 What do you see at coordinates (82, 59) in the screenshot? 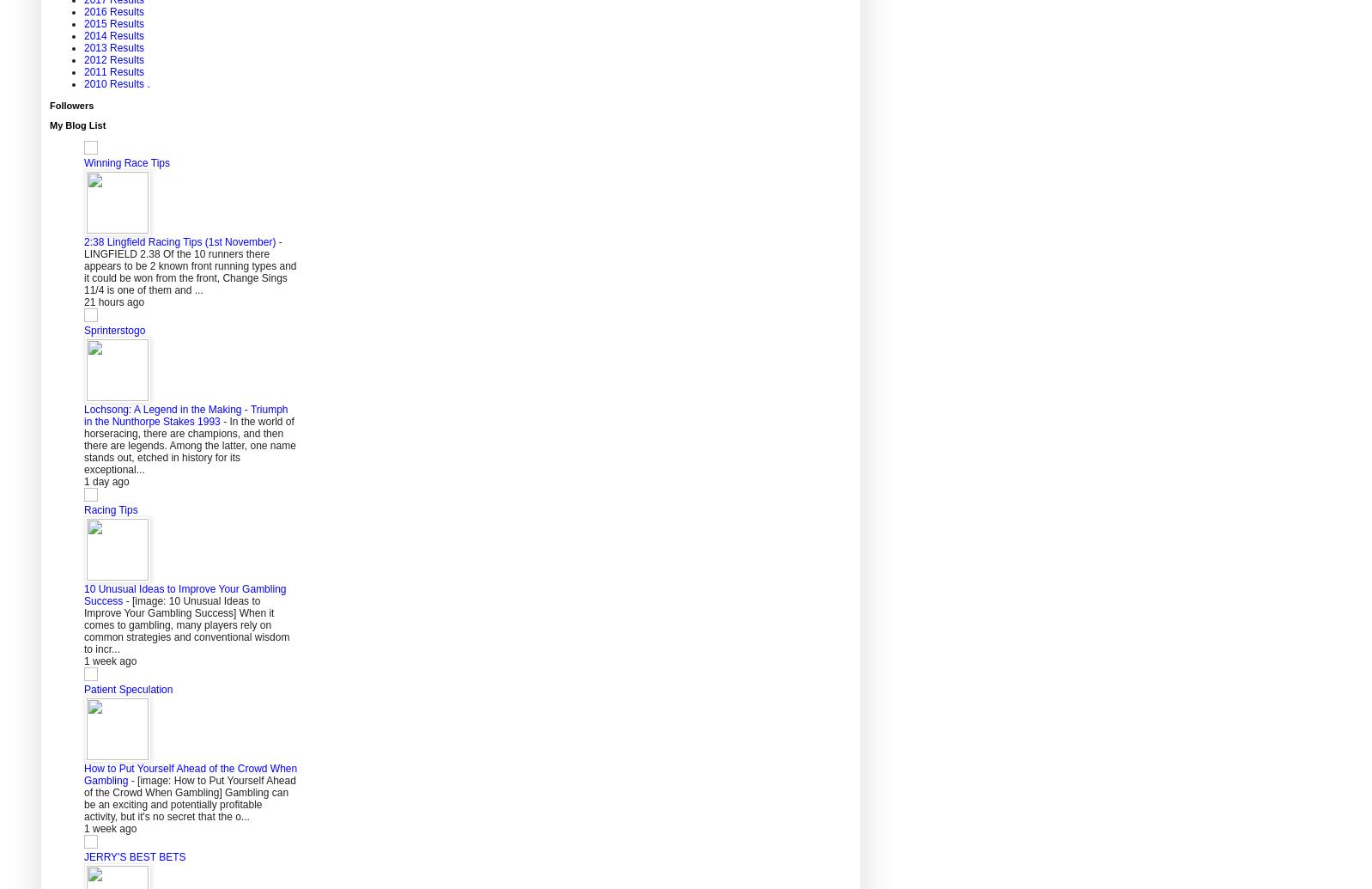
I see `'2012 Results'` at bounding box center [82, 59].